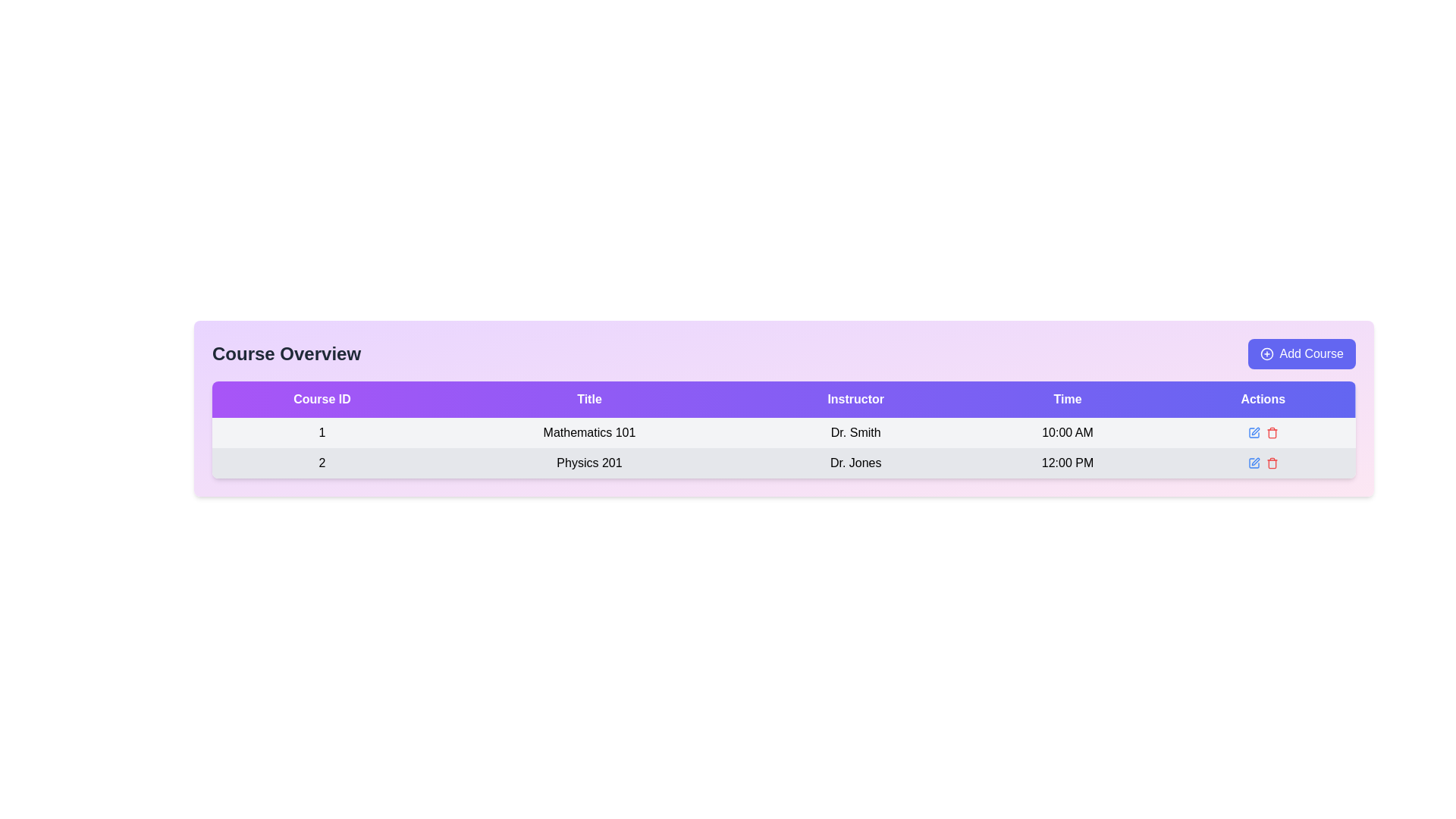  Describe the element at coordinates (588, 462) in the screenshot. I see `the 'Physics 201' text label located in the second row and second column of the course information table under the 'Title' heading` at that location.